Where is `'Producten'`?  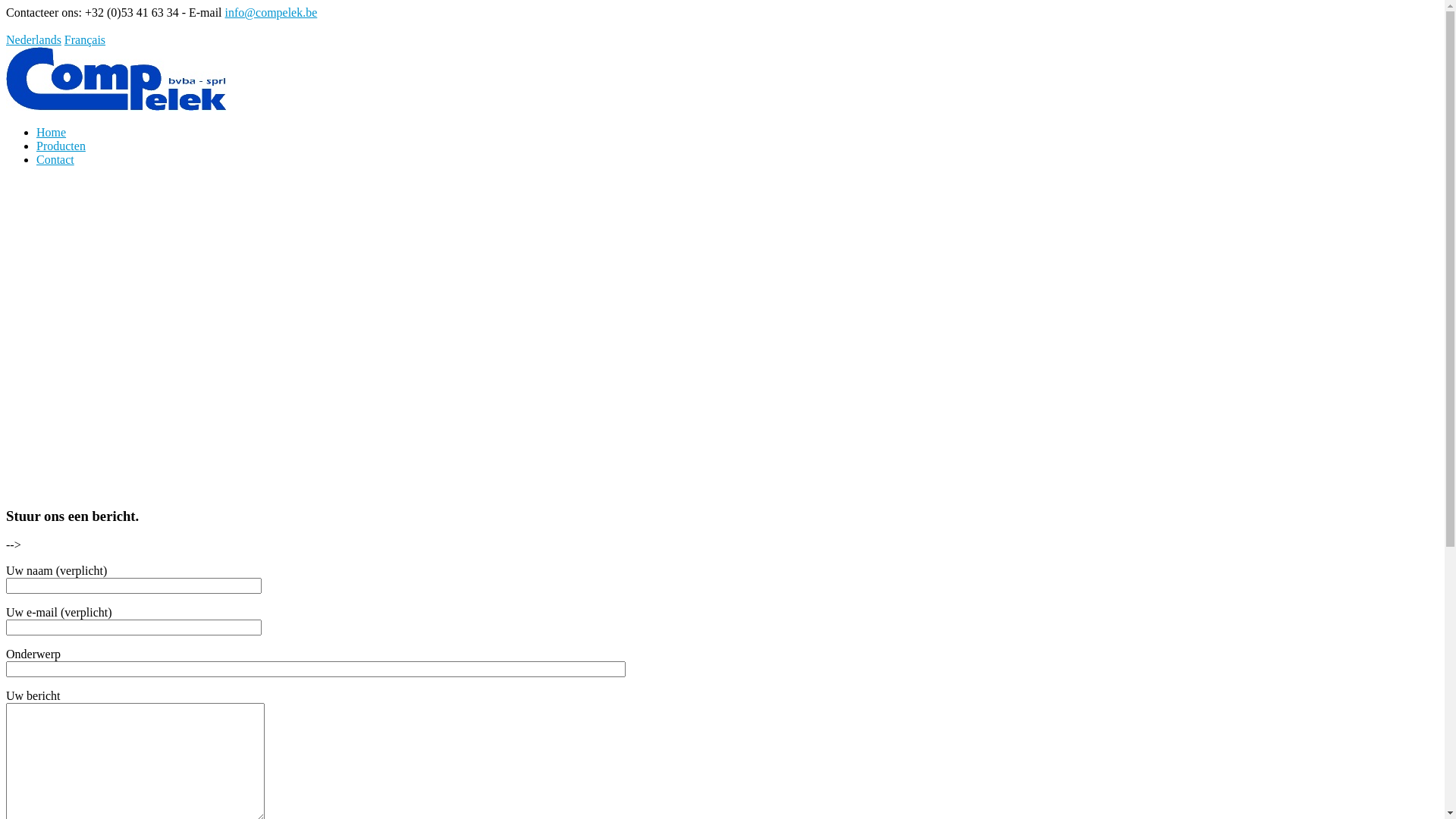
'Producten' is located at coordinates (61, 146).